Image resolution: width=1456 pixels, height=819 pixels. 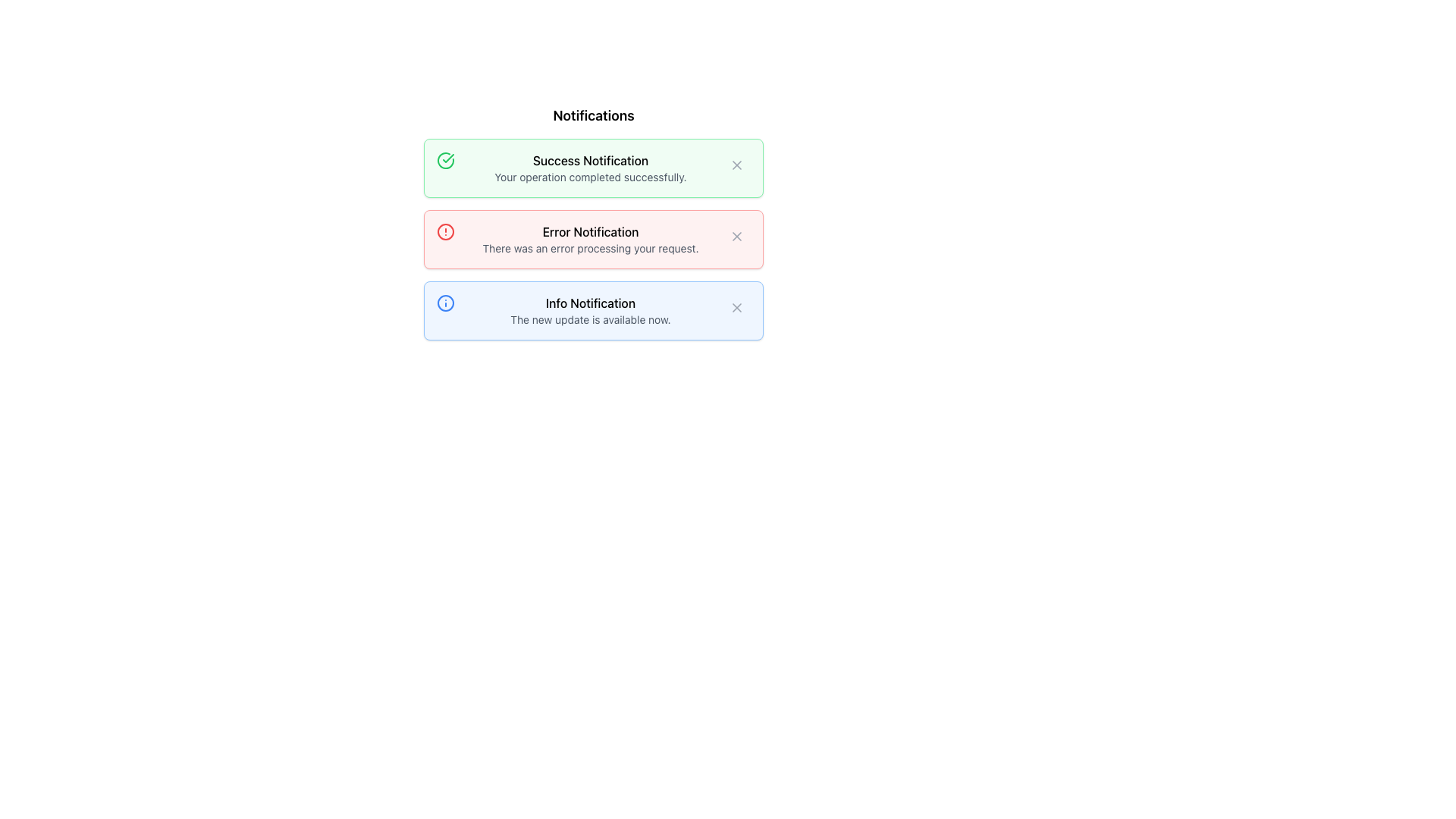 What do you see at coordinates (736, 237) in the screenshot?
I see `the gray 'Error Notification' close button, which resembles a diagonal cross (X) located in the top-right corner of the notification card` at bounding box center [736, 237].